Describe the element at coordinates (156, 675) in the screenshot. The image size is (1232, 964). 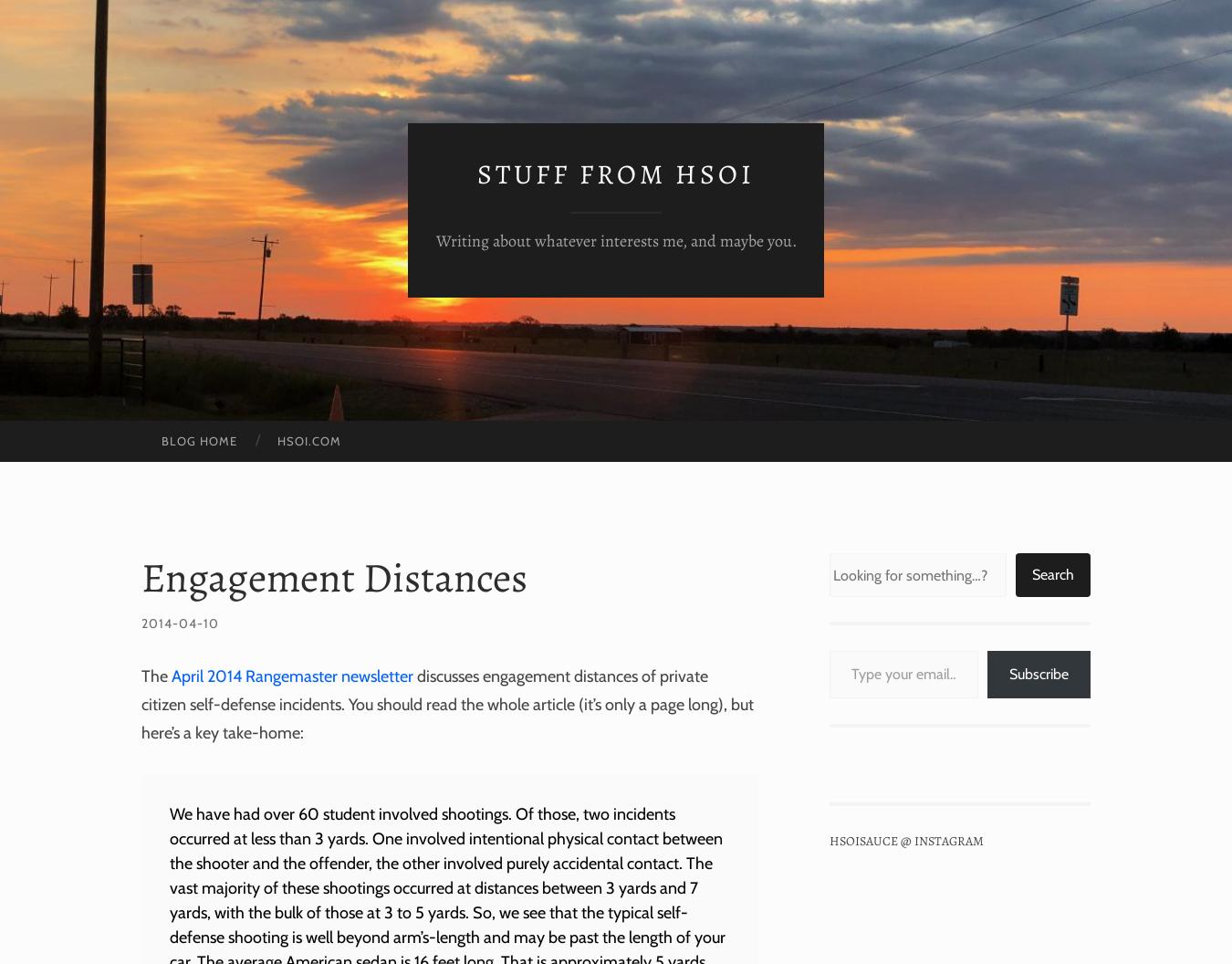
I see `'The'` at that location.